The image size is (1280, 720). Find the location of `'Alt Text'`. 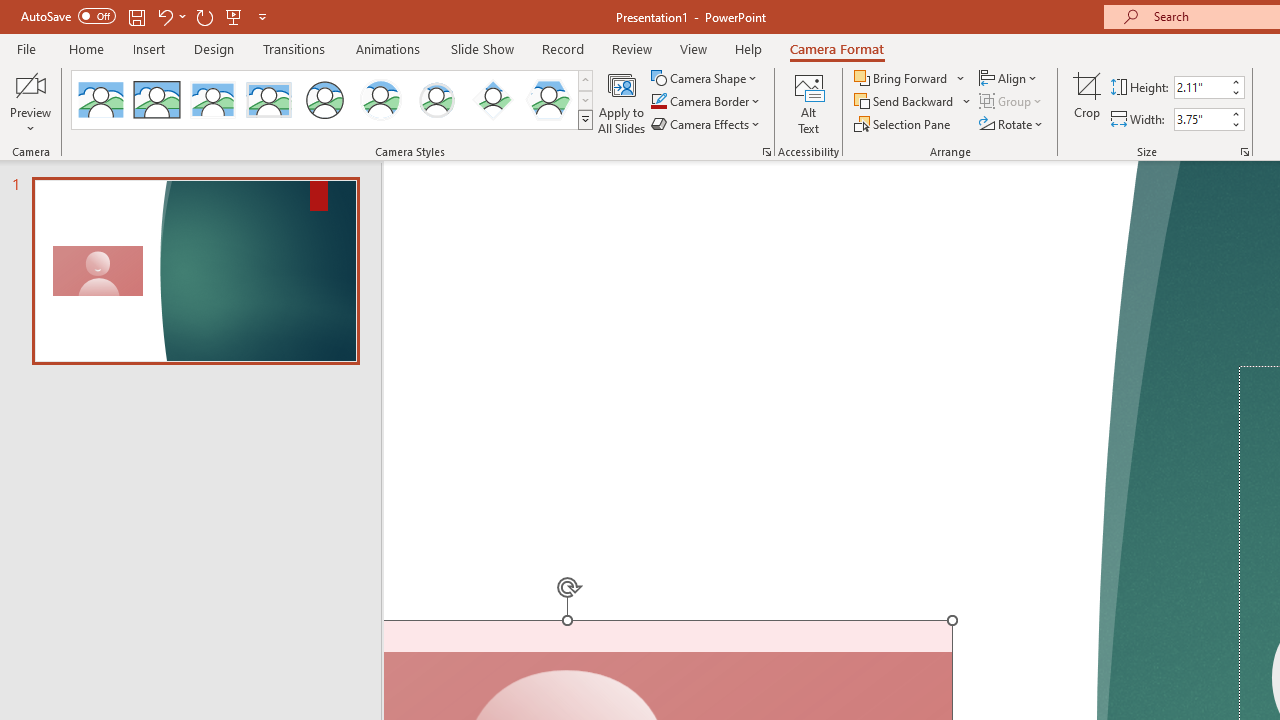

'Alt Text' is located at coordinates (808, 103).